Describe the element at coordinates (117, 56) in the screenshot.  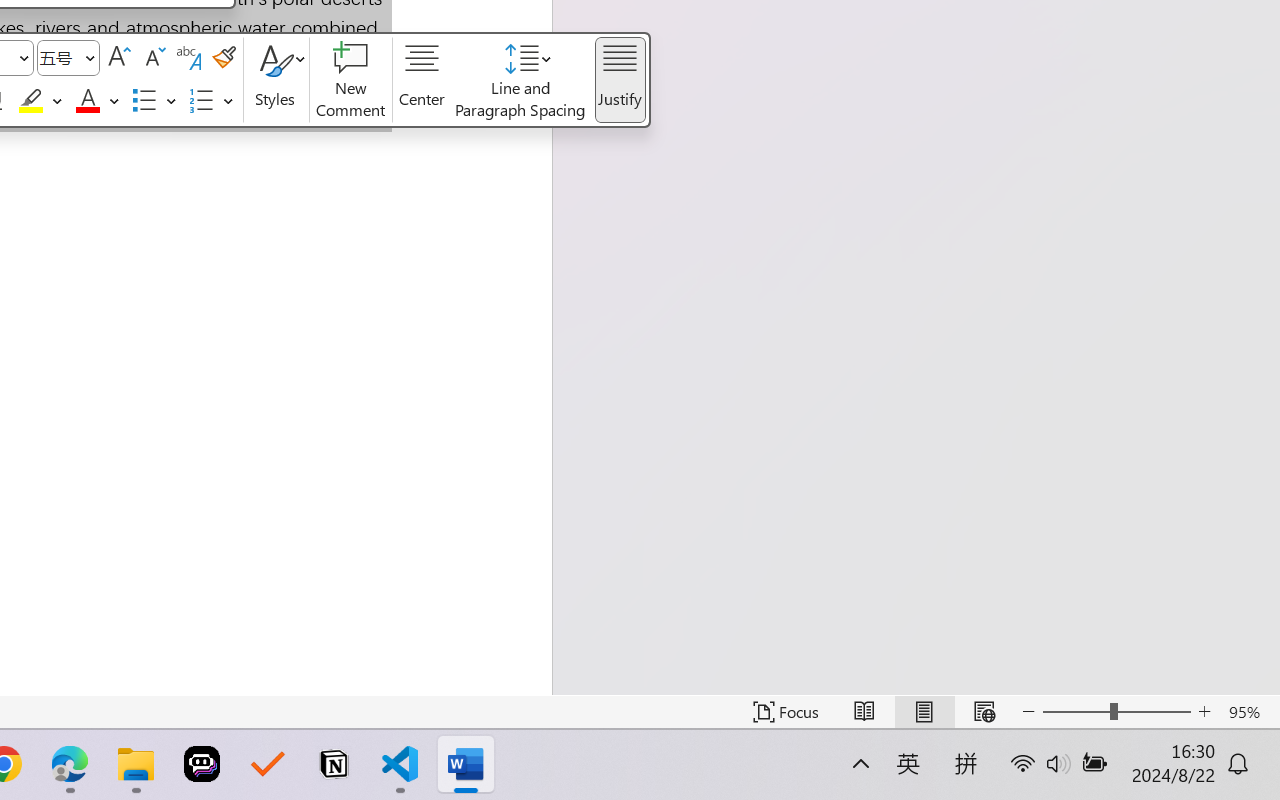
I see `'Grow Font'` at that location.